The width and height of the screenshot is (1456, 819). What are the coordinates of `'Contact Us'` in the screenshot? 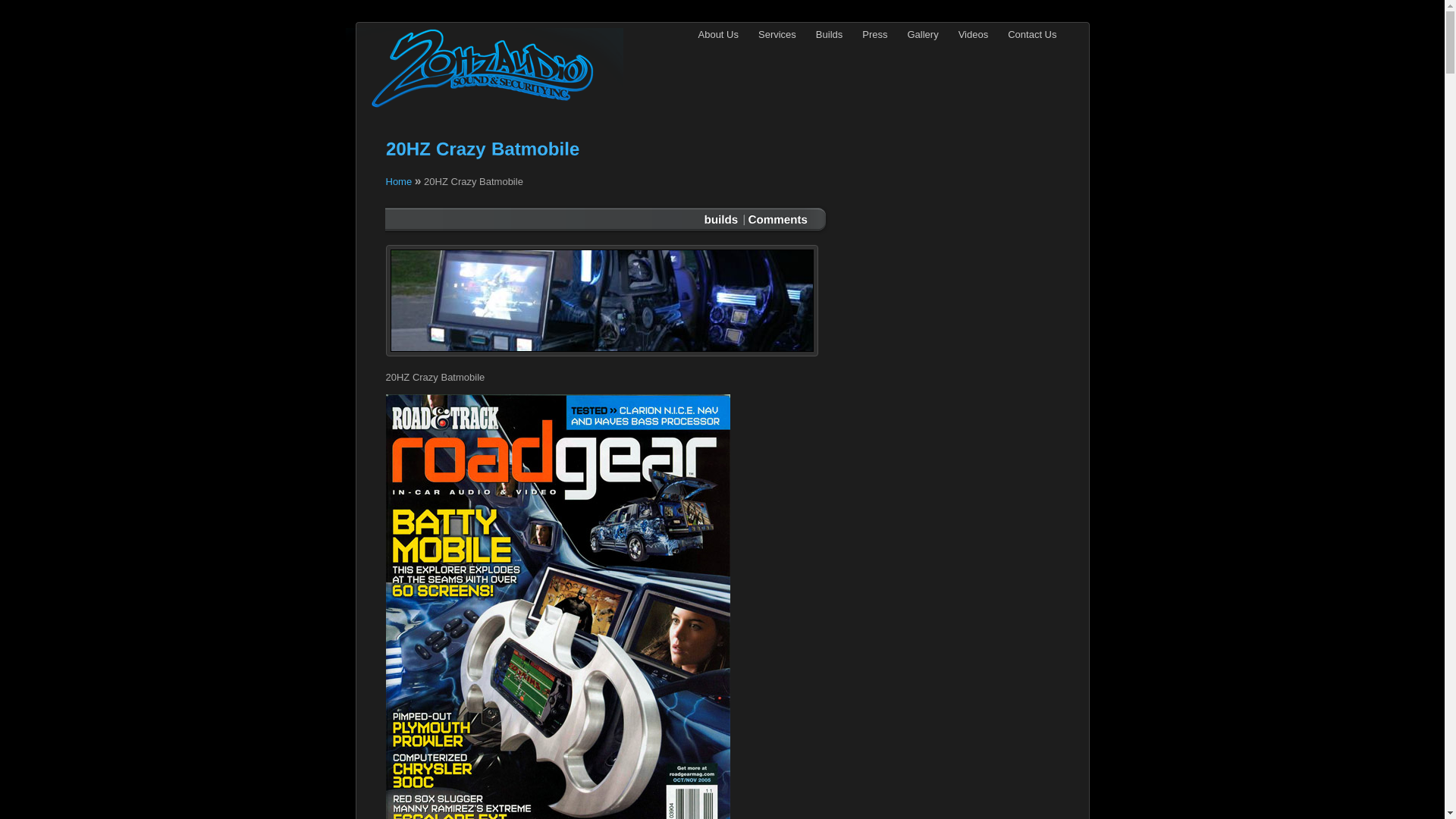 It's located at (1031, 34).